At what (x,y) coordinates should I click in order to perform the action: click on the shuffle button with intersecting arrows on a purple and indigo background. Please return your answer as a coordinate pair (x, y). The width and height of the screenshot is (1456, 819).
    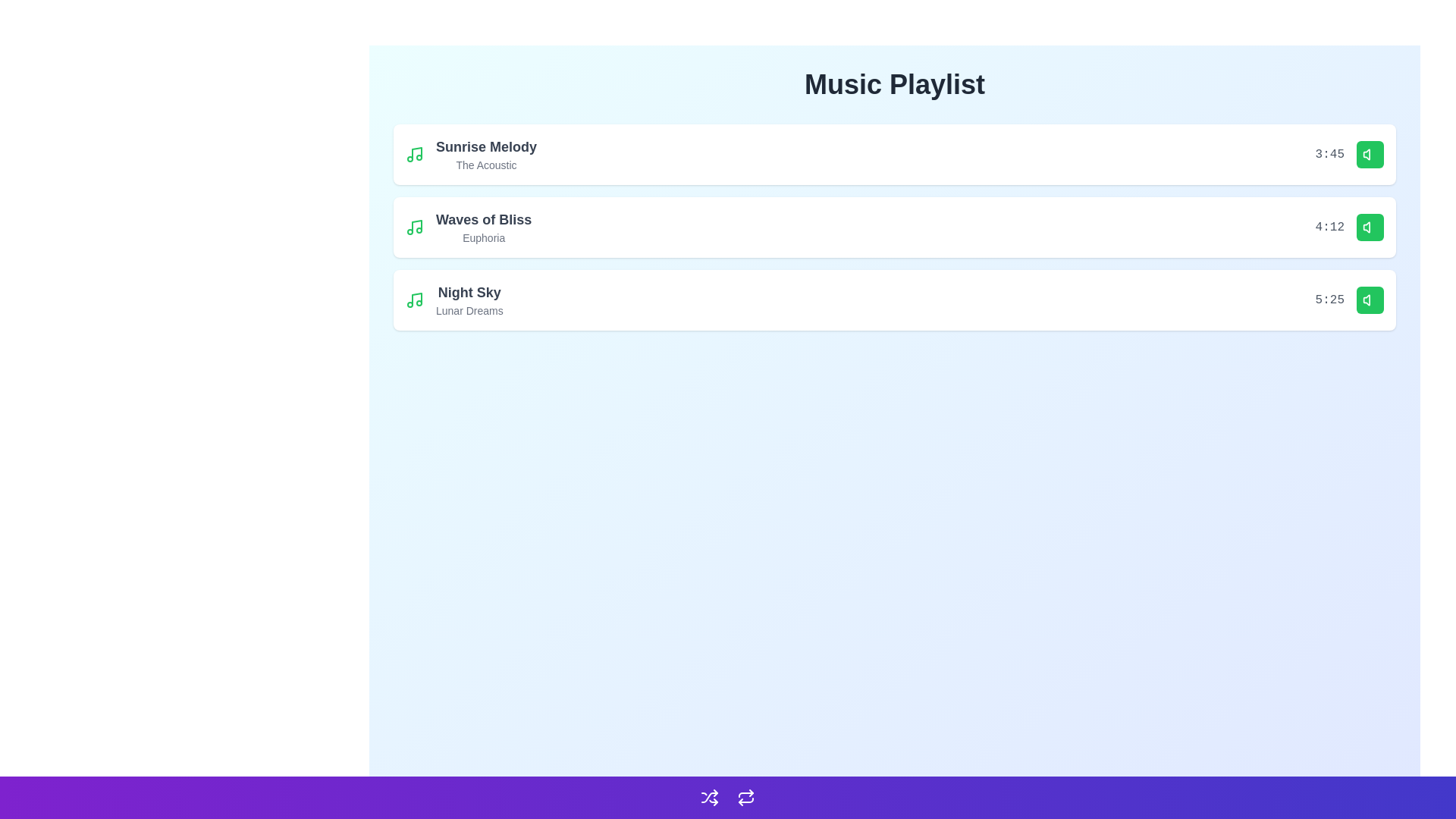
    Looking at the image, I should click on (709, 797).